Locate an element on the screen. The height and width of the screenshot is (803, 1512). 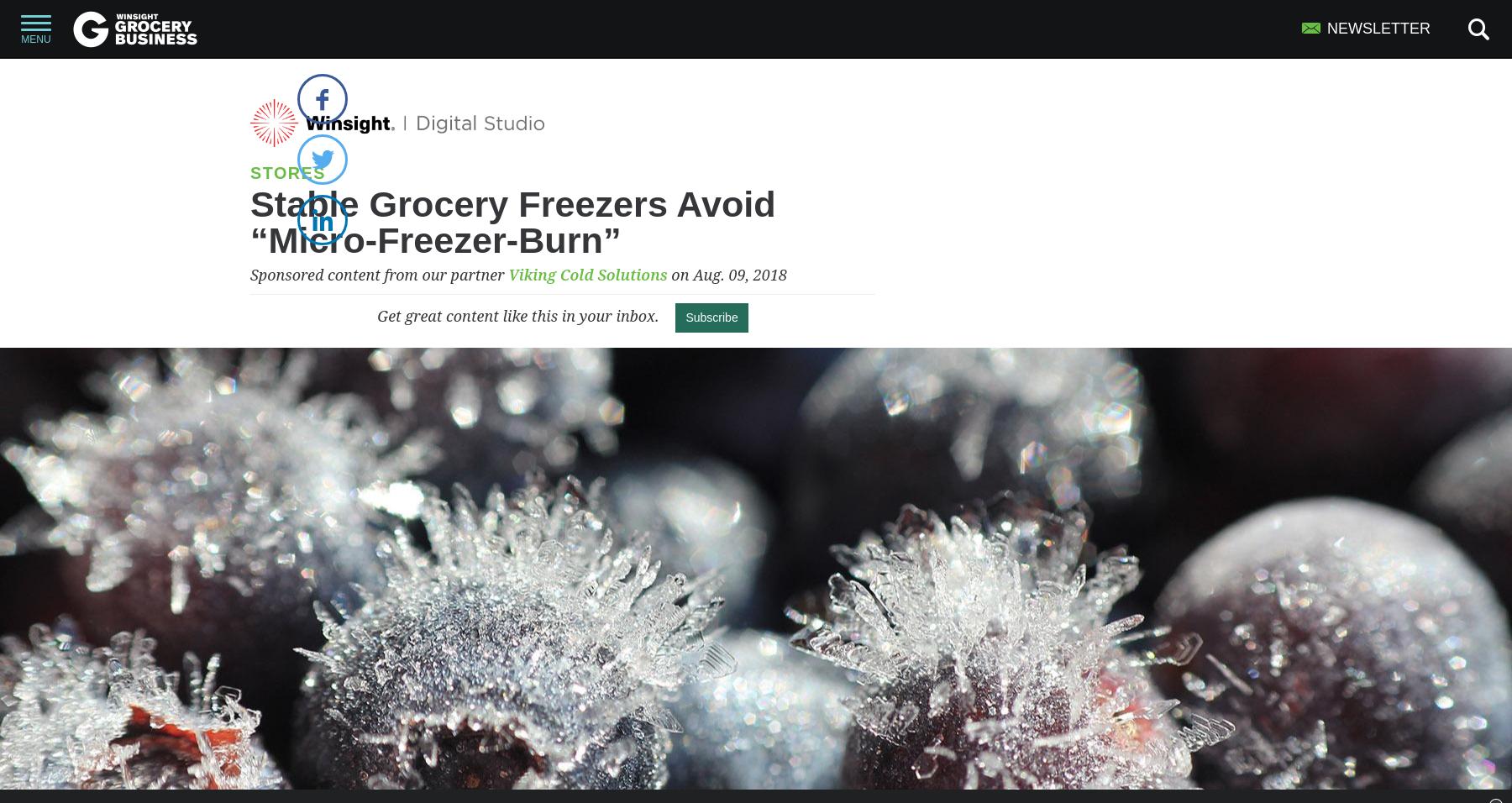
'Edit' is located at coordinates (742, 74).